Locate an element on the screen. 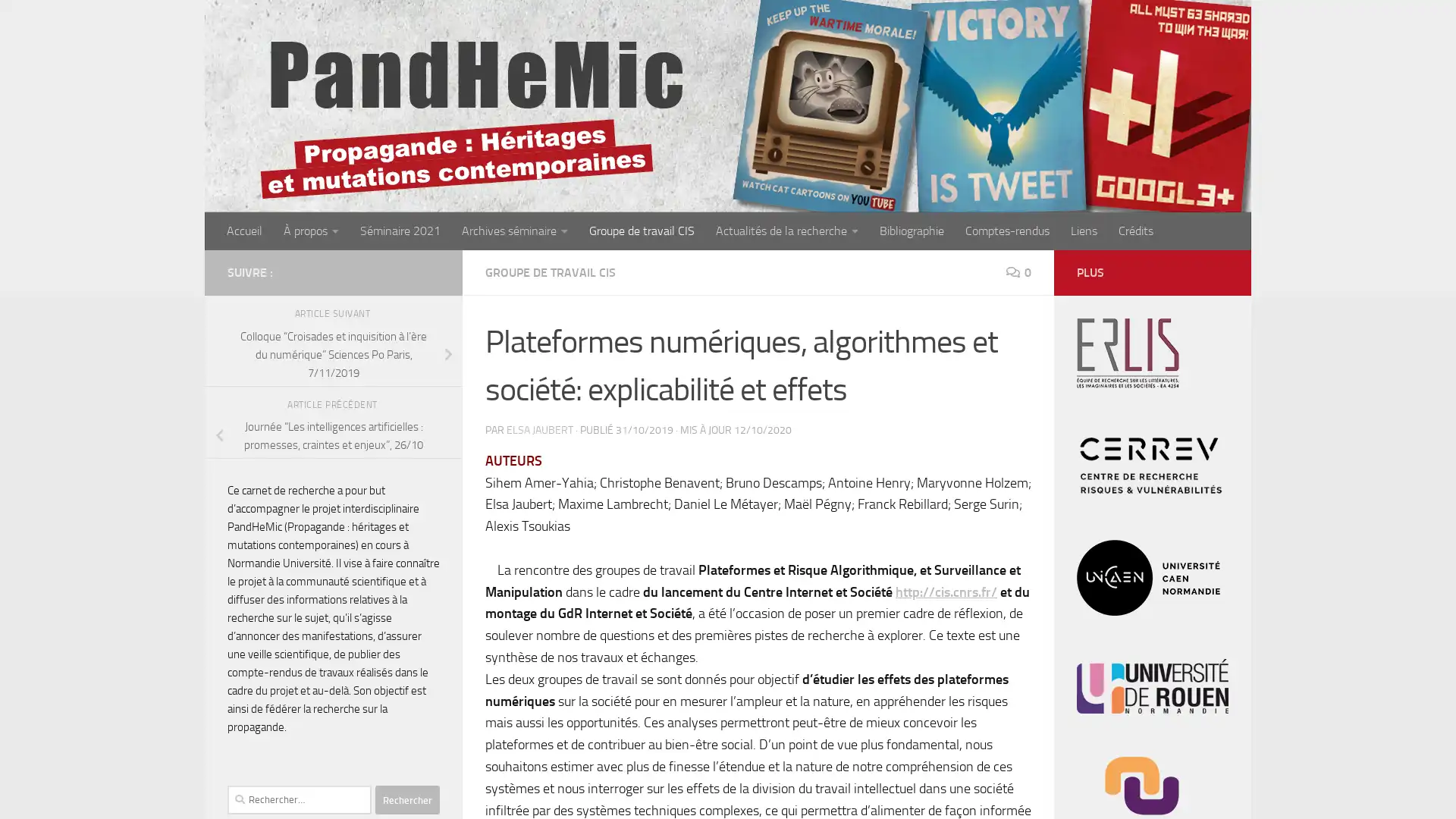 This screenshot has width=1456, height=819. Rechercher is located at coordinates (407, 799).